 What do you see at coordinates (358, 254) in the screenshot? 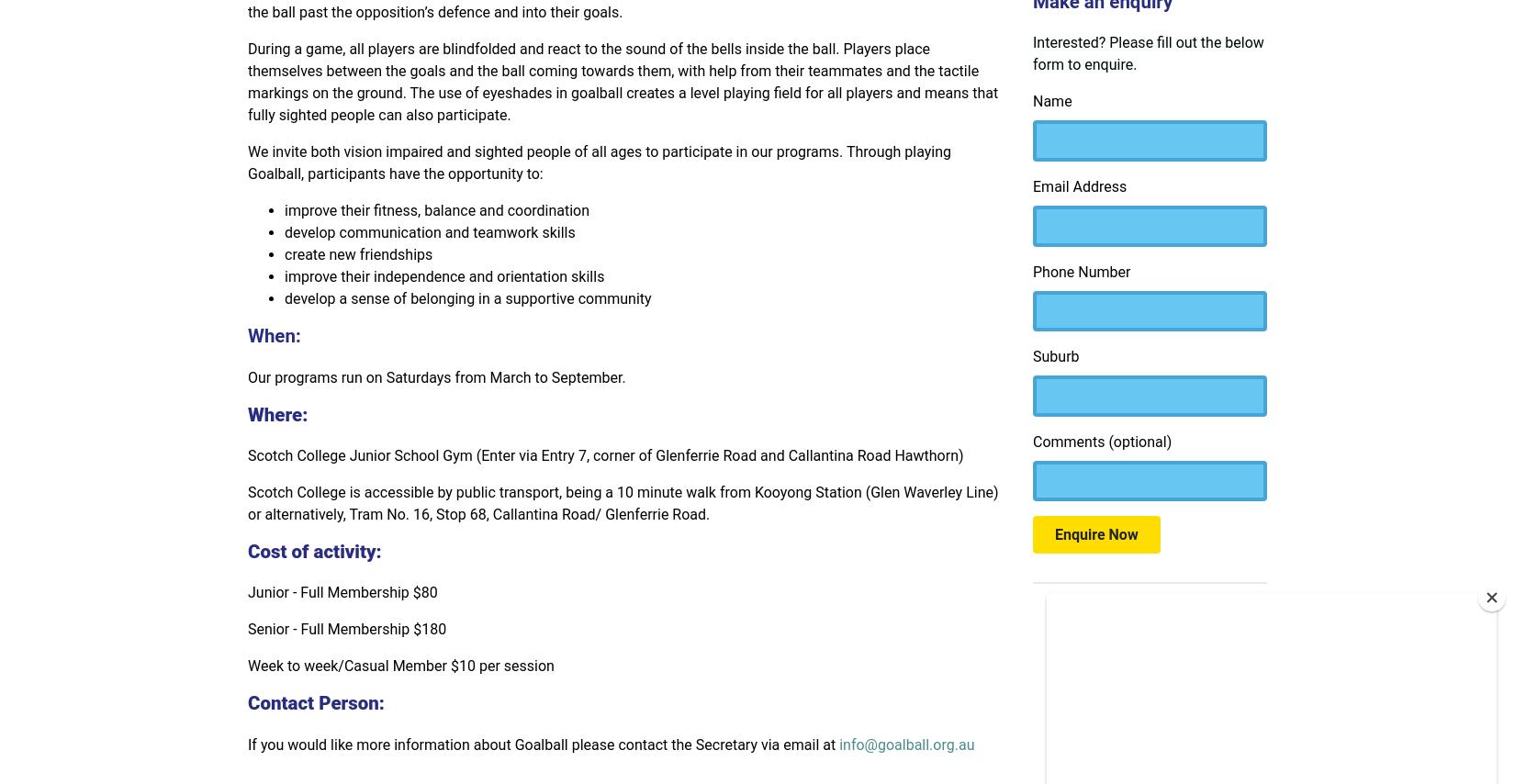
I see `'create new friendships'` at bounding box center [358, 254].